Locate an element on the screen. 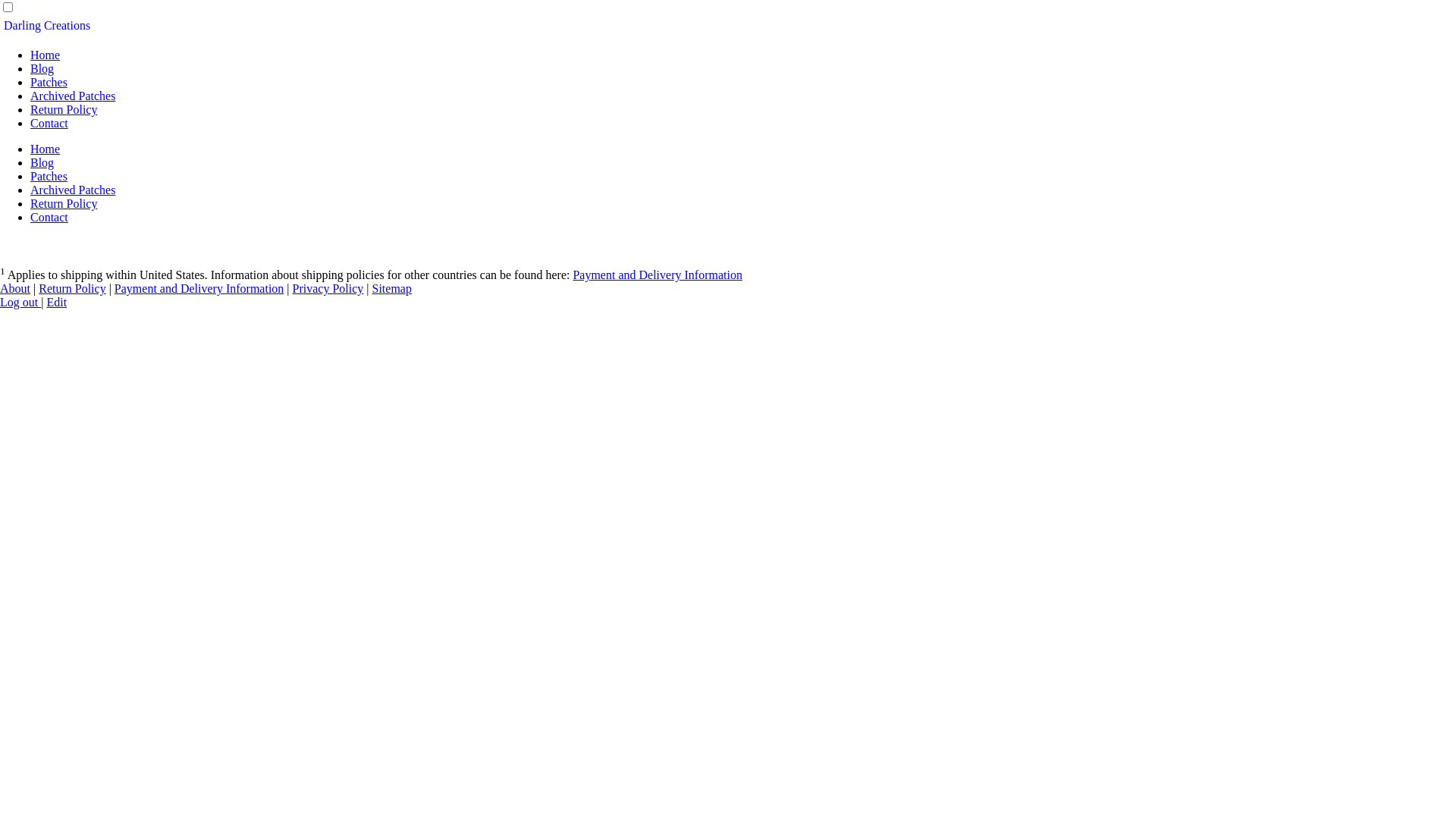 This screenshot has width=1456, height=819. 'About' is located at coordinates (14, 288).